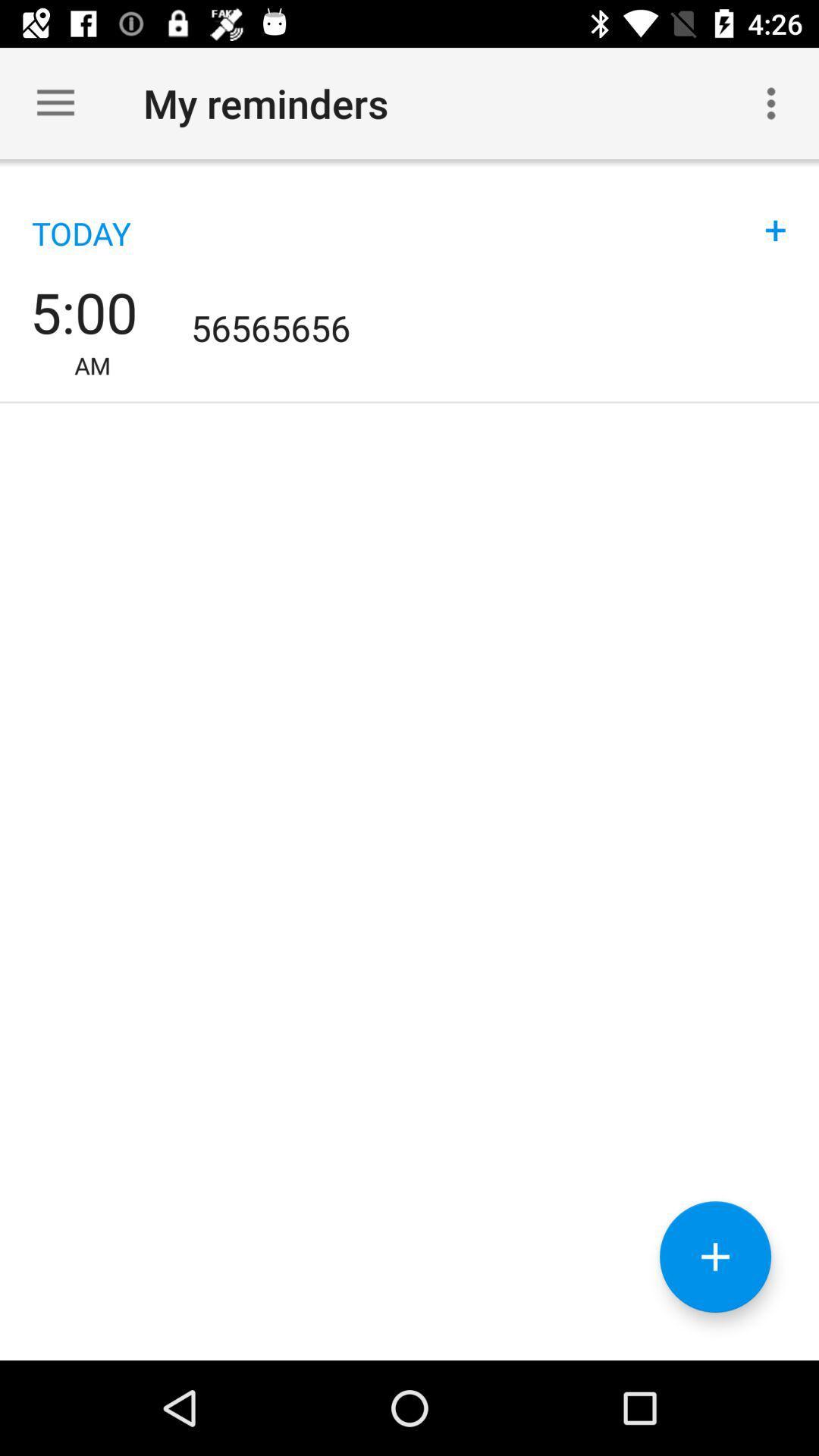  I want to click on a reminder, so click(715, 1257).